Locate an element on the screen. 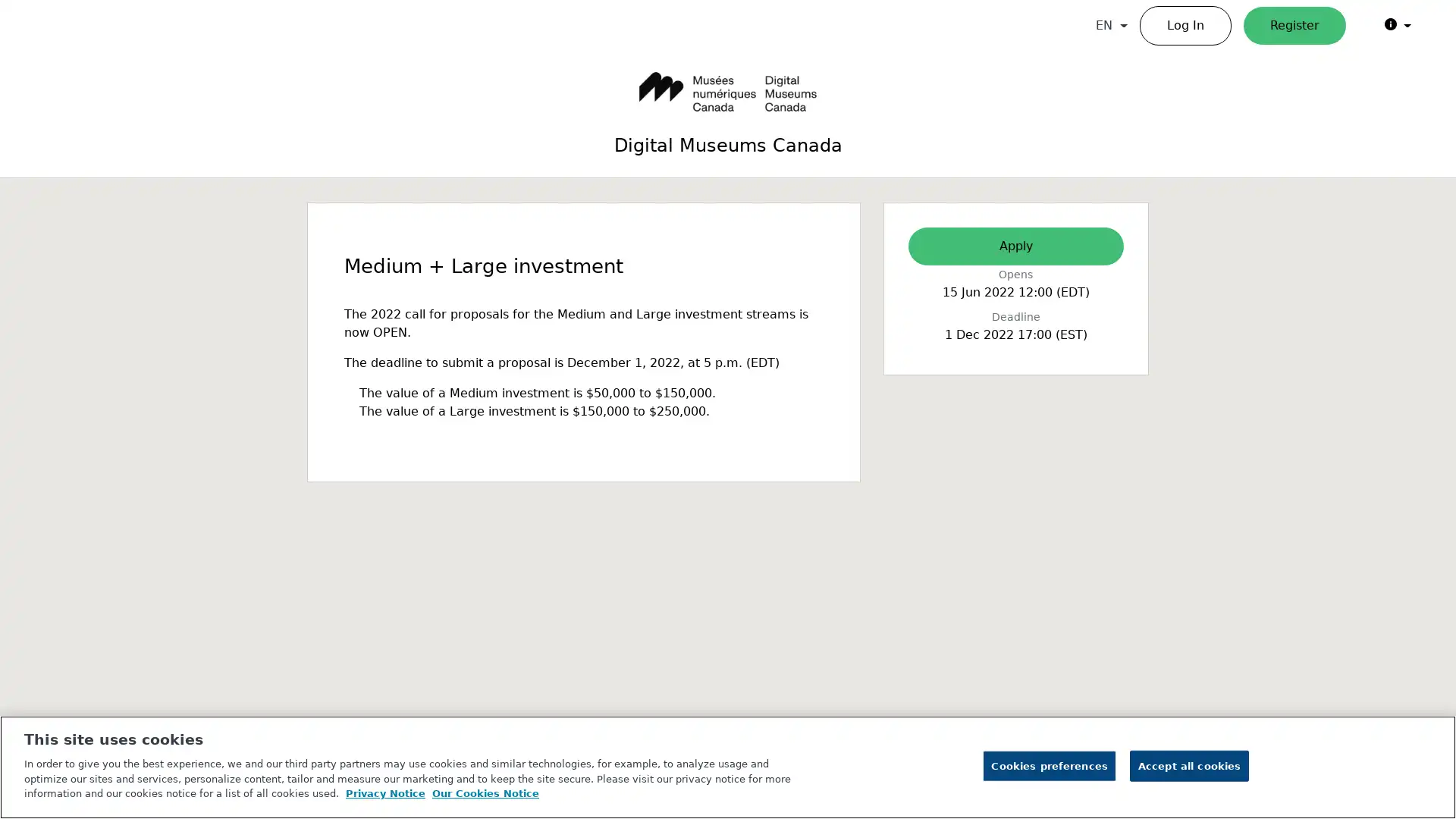 This screenshot has width=1456, height=819. Cookies preferences is located at coordinates (1048, 766).